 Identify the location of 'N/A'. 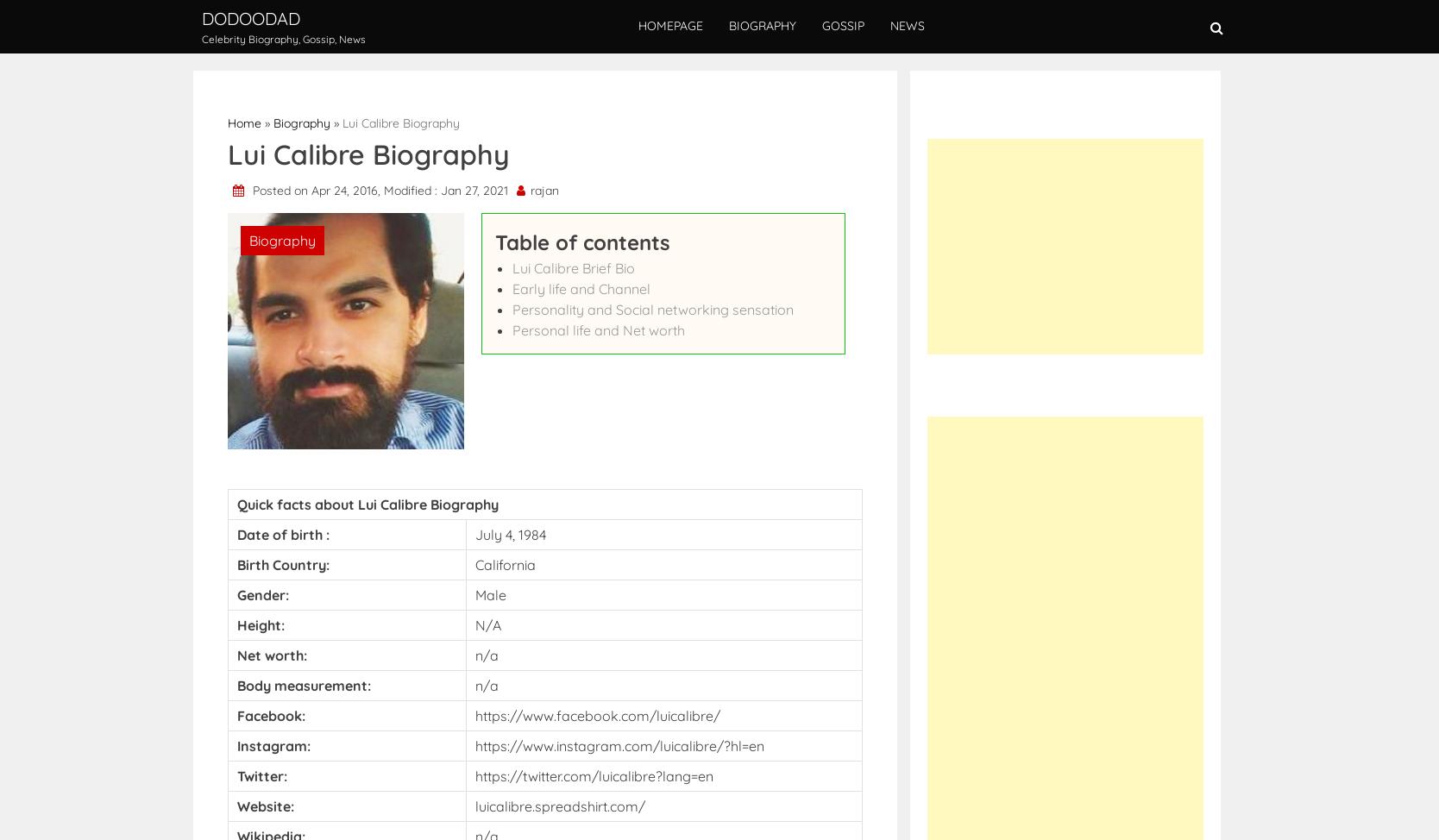
(487, 624).